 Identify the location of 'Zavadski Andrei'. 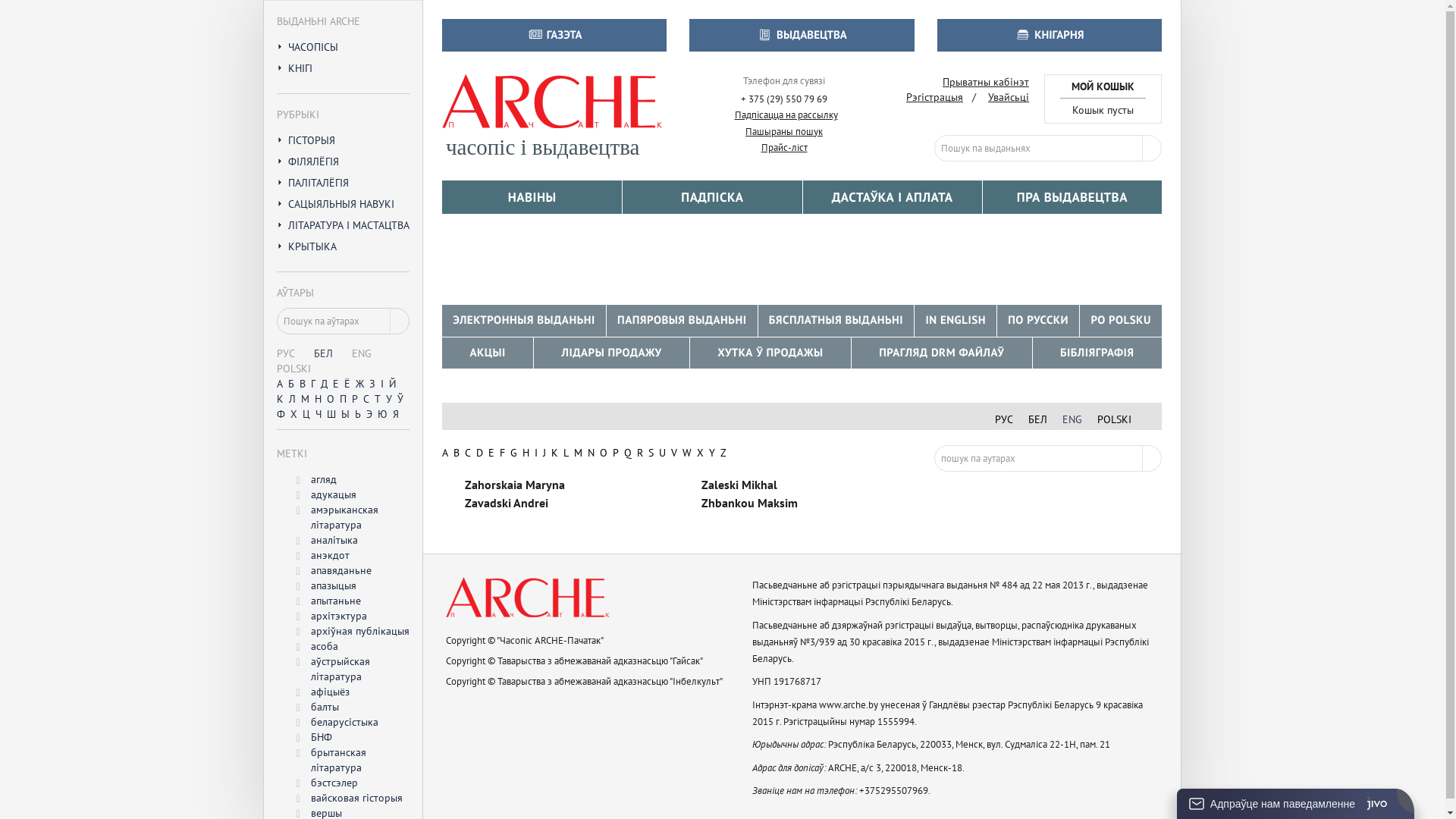
(506, 503).